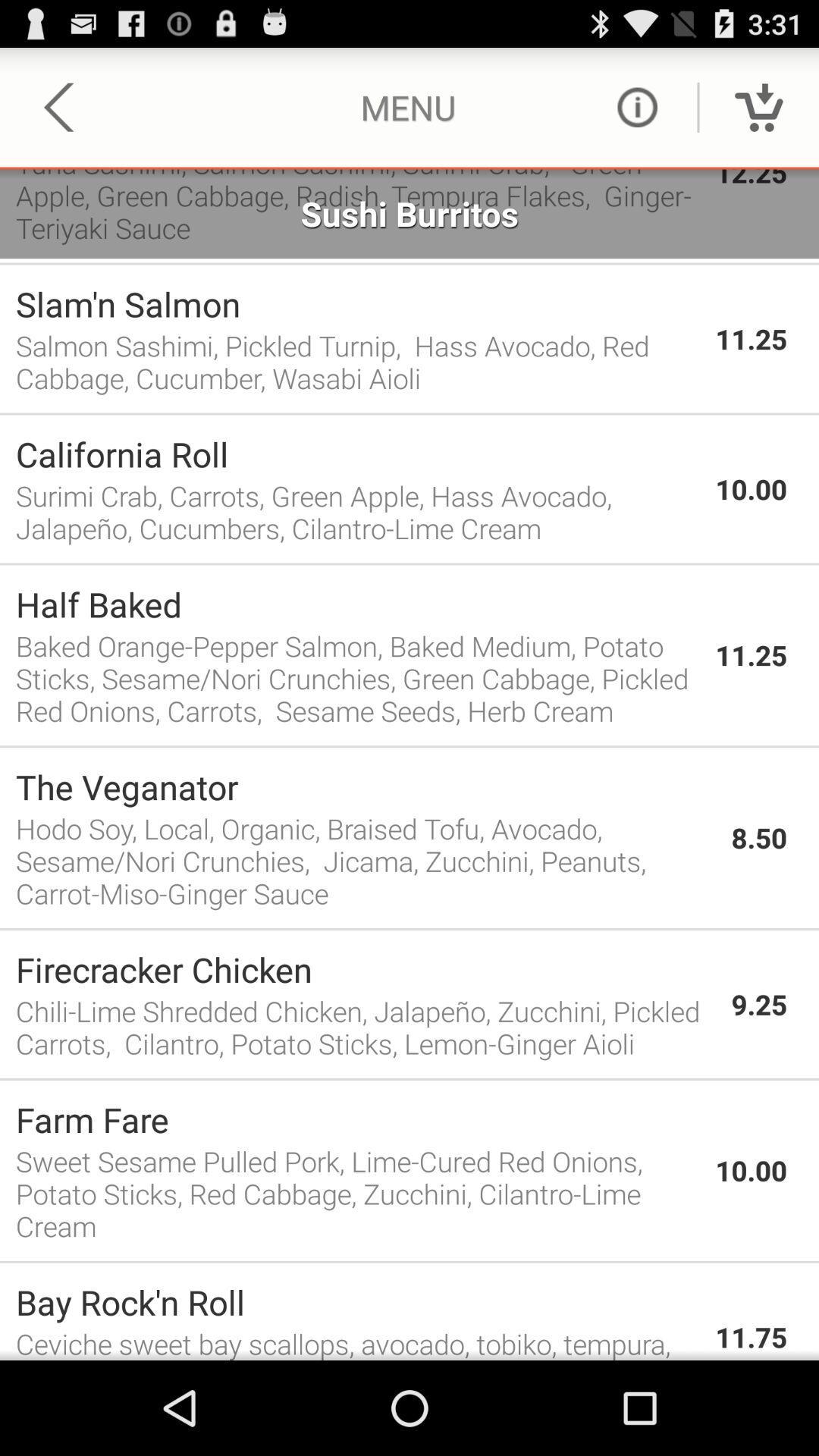 Image resolution: width=819 pixels, height=1456 pixels. What do you see at coordinates (366, 861) in the screenshot?
I see `the item next to 8.50 app` at bounding box center [366, 861].